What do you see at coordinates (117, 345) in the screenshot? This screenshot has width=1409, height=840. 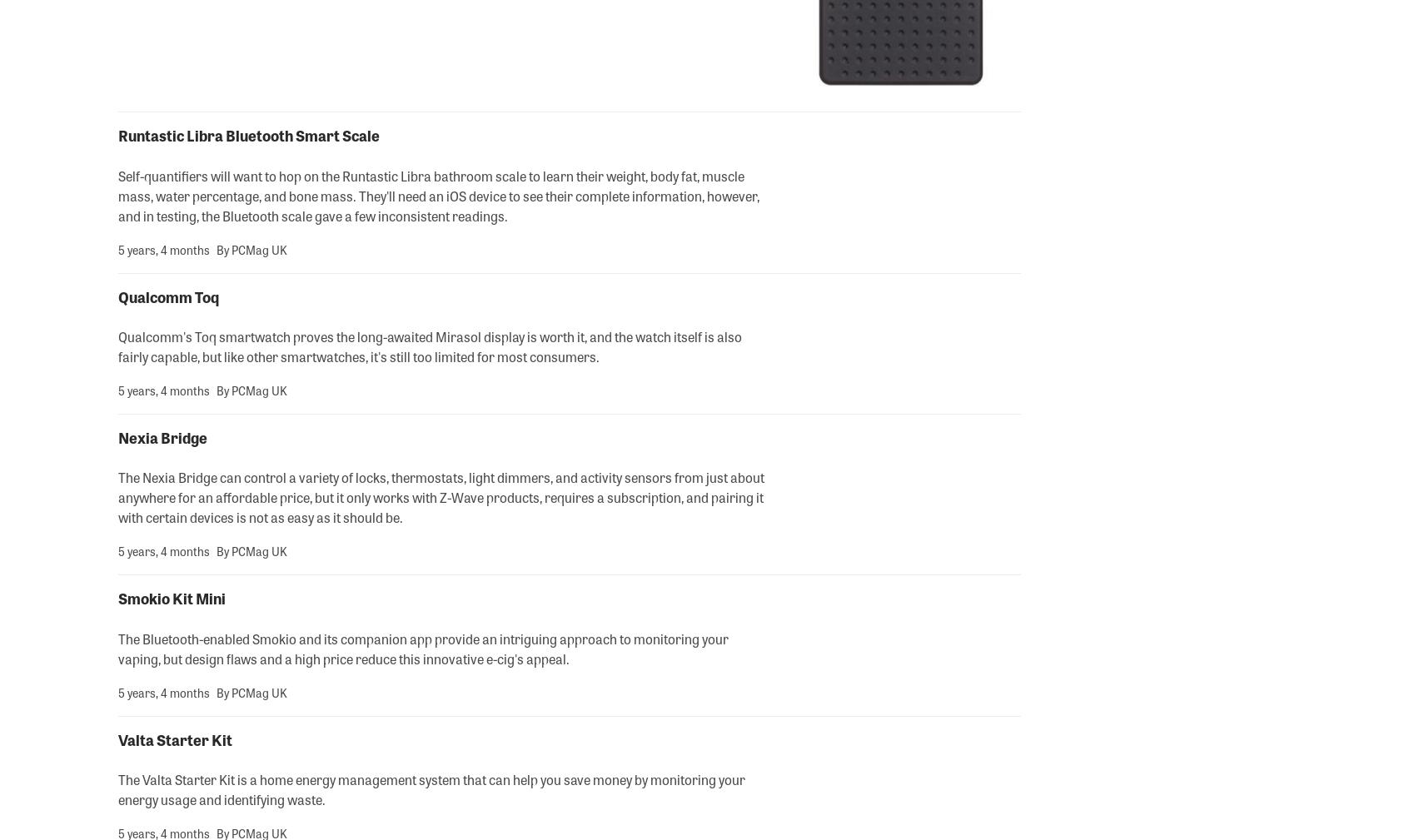 I see `'Qualcomm's Toq smartwatch proves the long-awaited Mirasol display is worth it, and the watch itself is also fairly capable, but like other smartwatches, it's still too limited for most consumers.'` at bounding box center [117, 345].